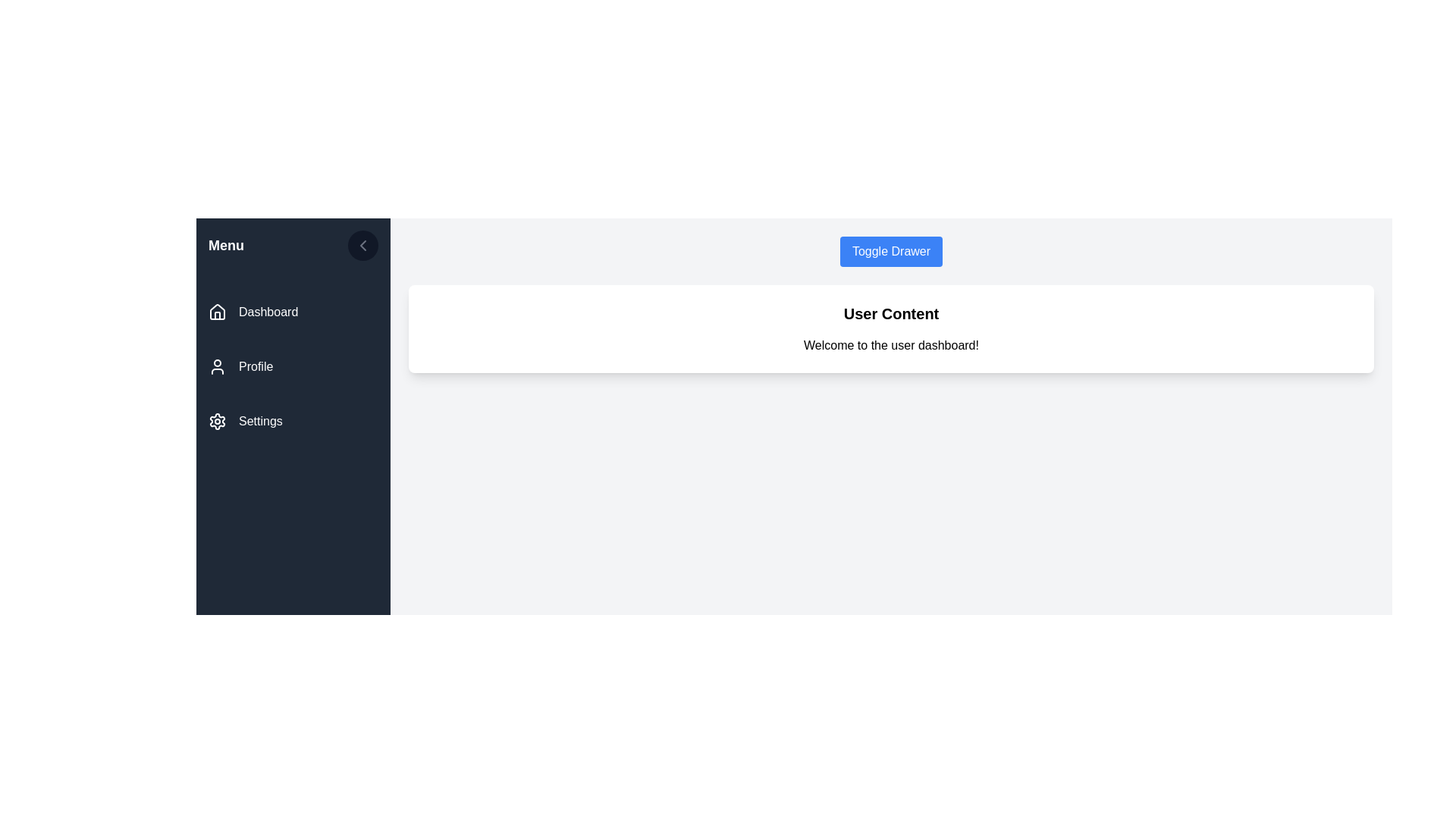 This screenshot has width=1456, height=819. Describe the element at coordinates (217, 312) in the screenshot. I see `the house-shaped icon in the vertical sidebar next to the 'Dashboard' label` at that location.